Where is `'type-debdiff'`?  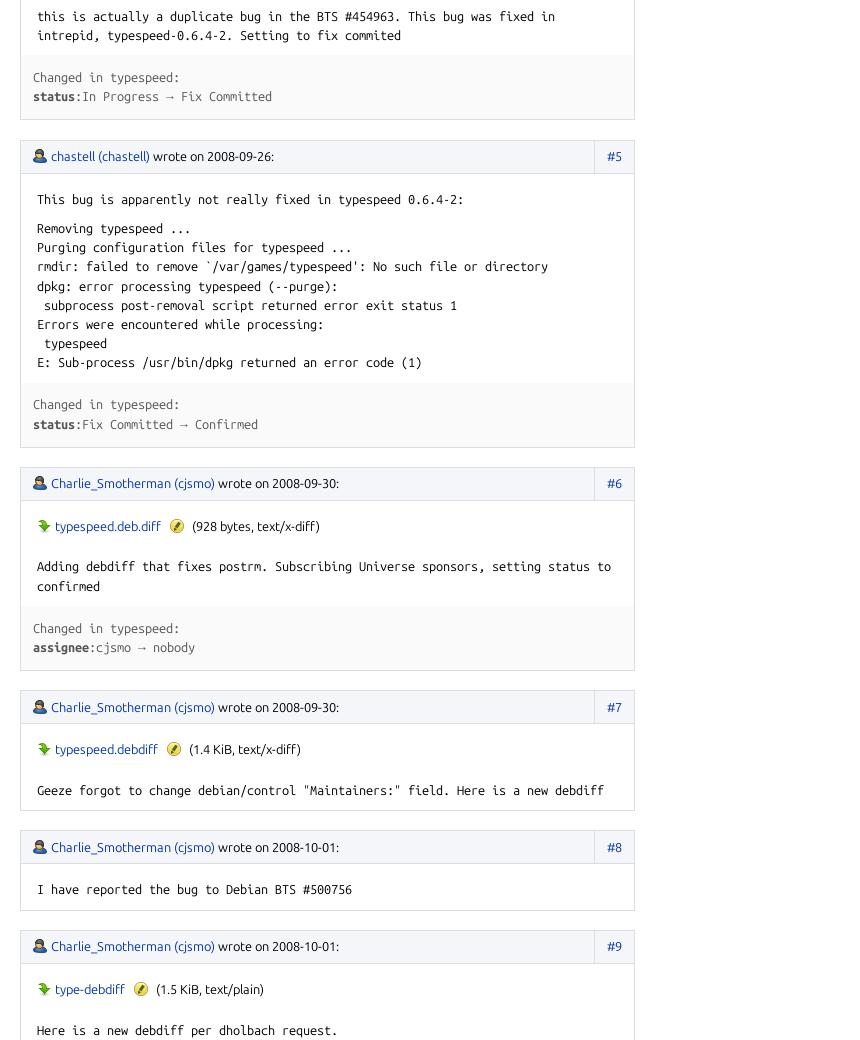 'type-debdiff' is located at coordinates (89, 988).